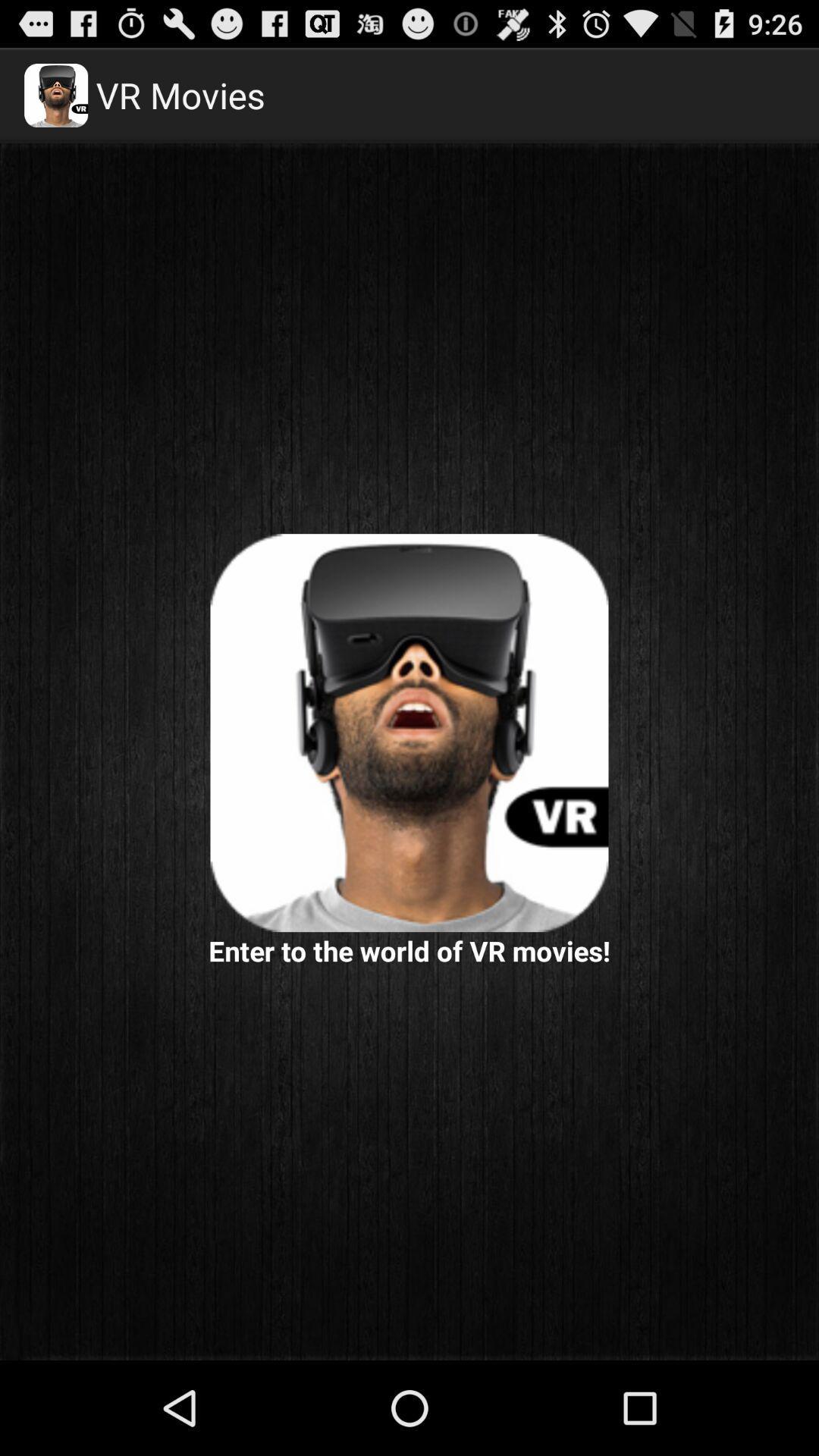  I want to click on the app below vr movies app, so click(409, 733).